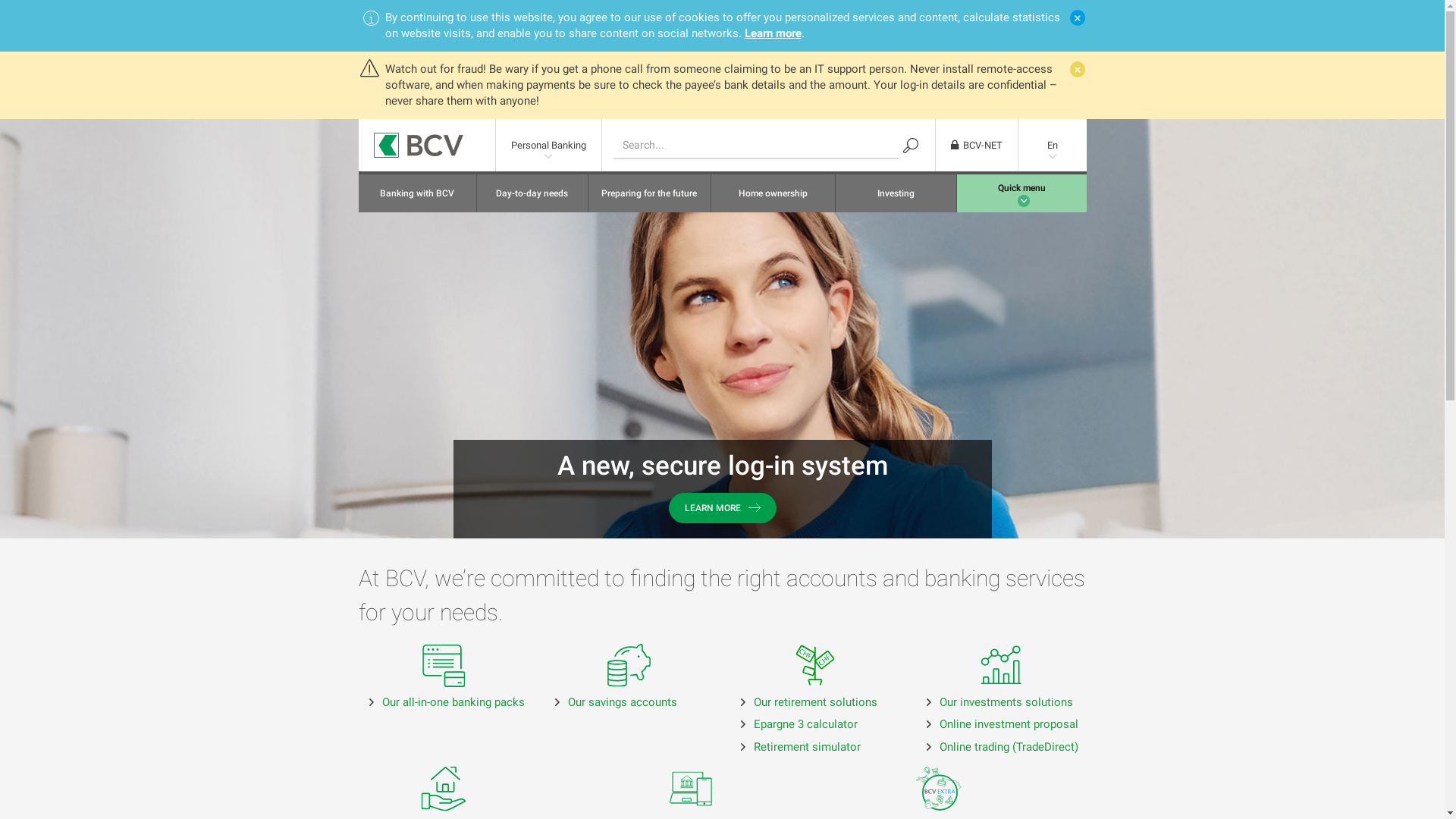 This screenshot has width=1456, height=819. I want to click on 'Our savings accounts', so click(622, 701).